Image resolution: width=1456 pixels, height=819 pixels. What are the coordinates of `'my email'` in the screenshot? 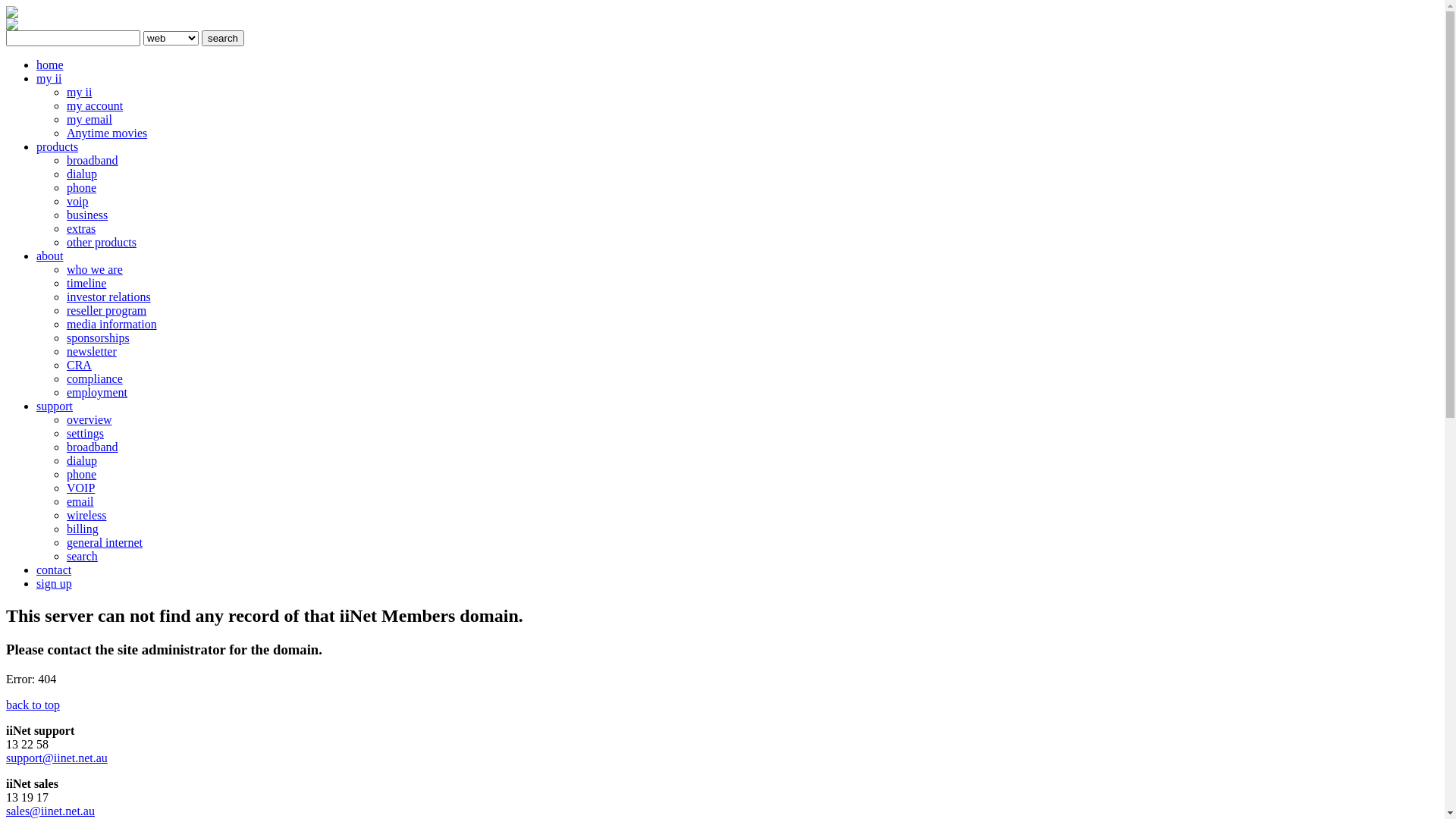 It's located at (89, 118).